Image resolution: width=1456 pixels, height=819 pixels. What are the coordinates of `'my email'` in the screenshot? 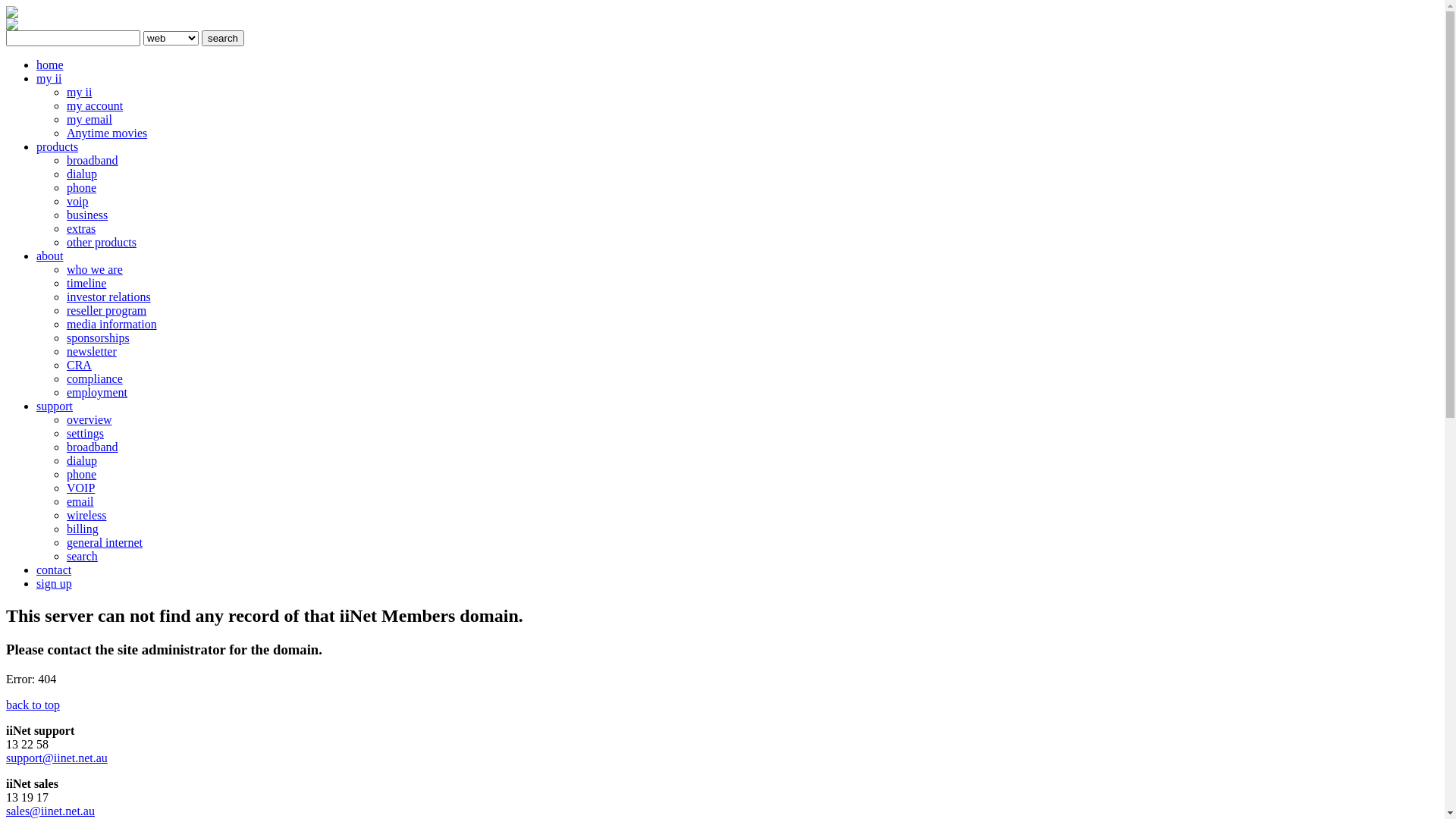 It's located at (89, 118).